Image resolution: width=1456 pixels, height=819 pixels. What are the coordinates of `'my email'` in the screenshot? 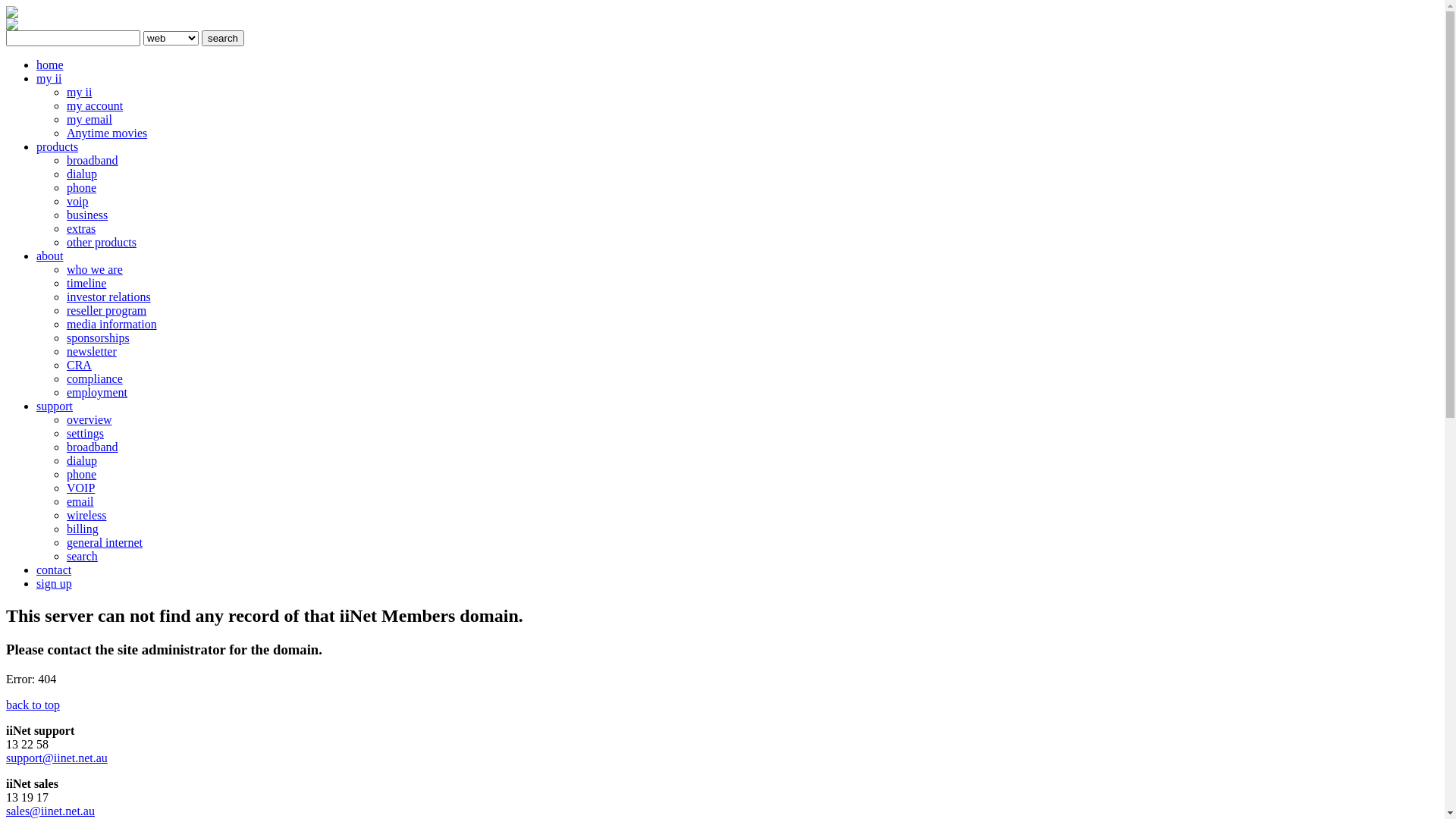 It's located at (89, 118).